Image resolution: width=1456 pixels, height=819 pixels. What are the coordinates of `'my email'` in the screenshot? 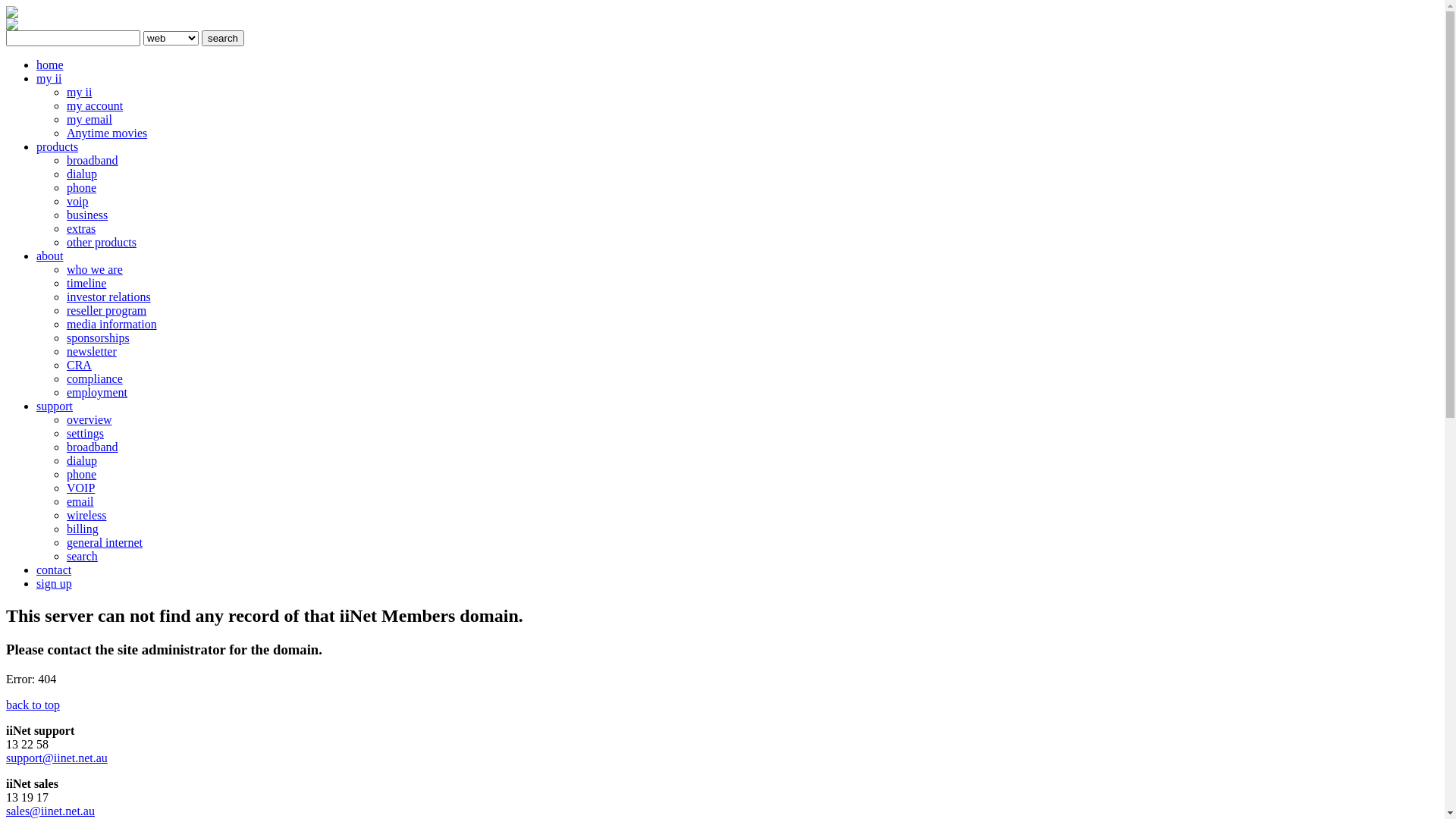 It's located at (89, 118).